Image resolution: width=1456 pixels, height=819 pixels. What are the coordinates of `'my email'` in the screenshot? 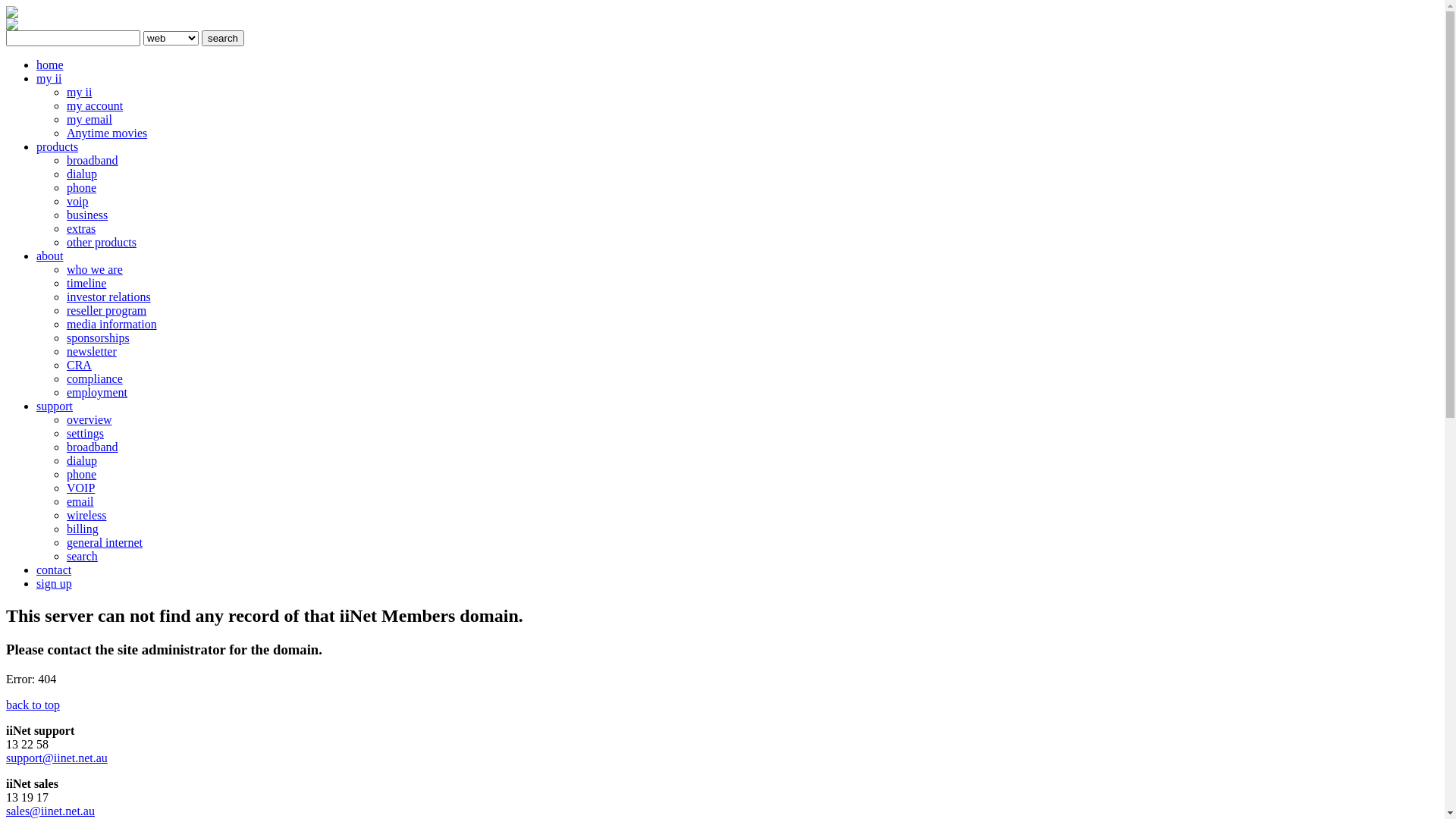 It's located at (89, 118).